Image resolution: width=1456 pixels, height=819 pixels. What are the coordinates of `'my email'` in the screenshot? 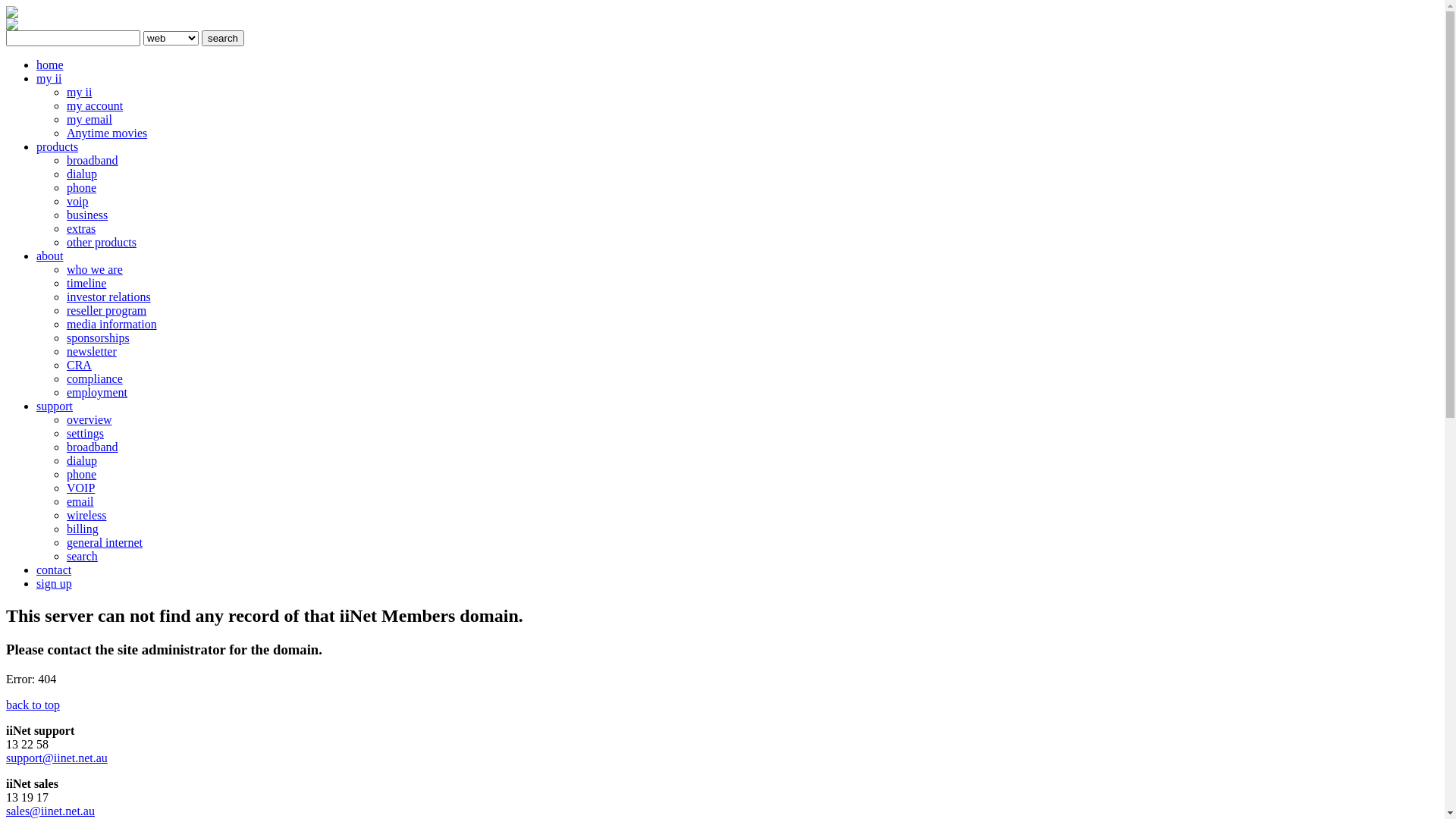 It's located at (89, 118).